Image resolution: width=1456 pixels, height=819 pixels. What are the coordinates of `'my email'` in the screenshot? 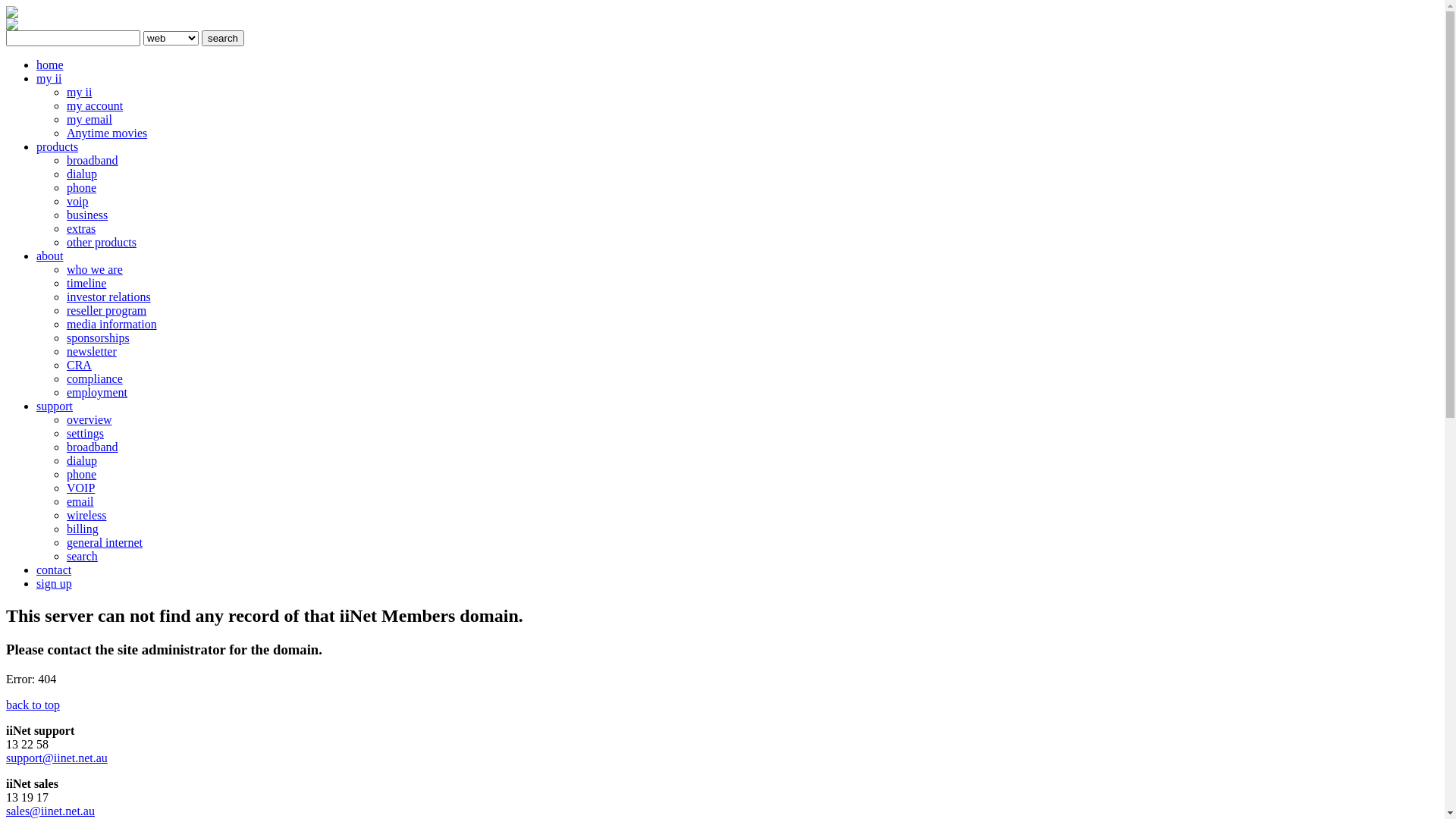 It's located at (89, 118).